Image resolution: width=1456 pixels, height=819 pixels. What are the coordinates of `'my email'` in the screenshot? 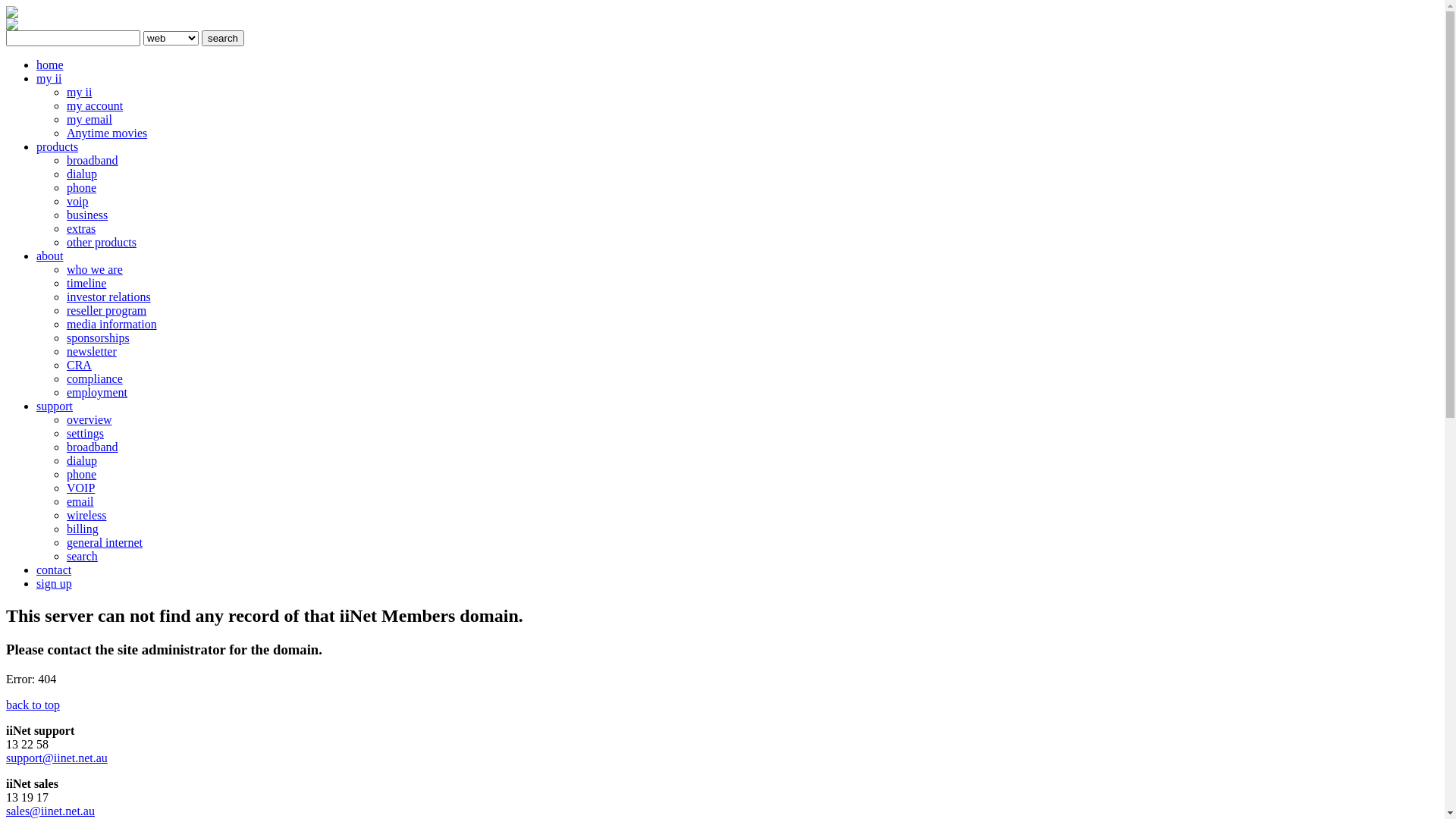 It's located at (89, 118).